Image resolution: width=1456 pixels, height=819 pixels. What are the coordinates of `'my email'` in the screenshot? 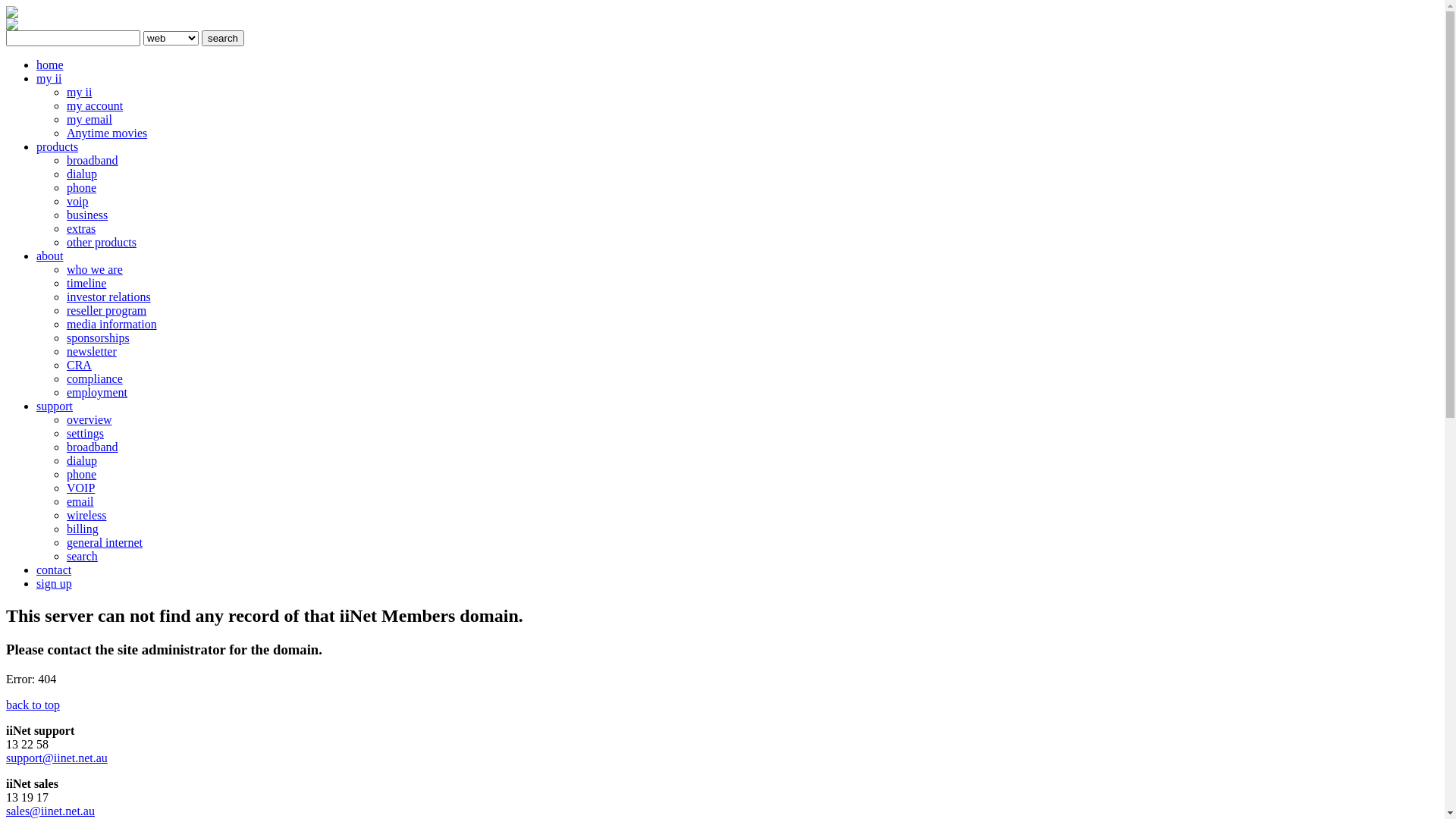 It's located at (89, 118).